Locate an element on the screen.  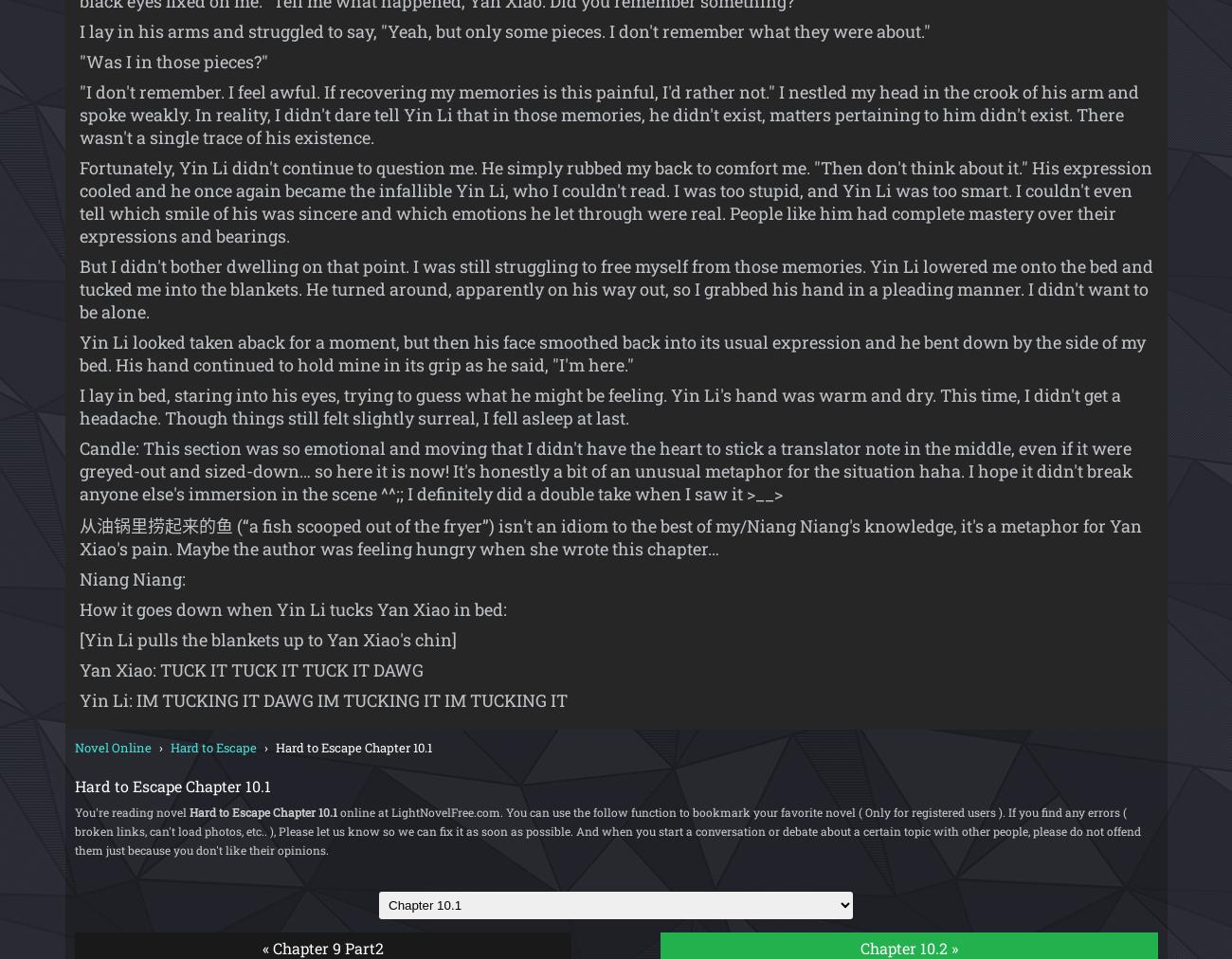
'[Yin Li pulls the blankets up to Yan Xiao's chin]' is located at coordinates (78, 640).